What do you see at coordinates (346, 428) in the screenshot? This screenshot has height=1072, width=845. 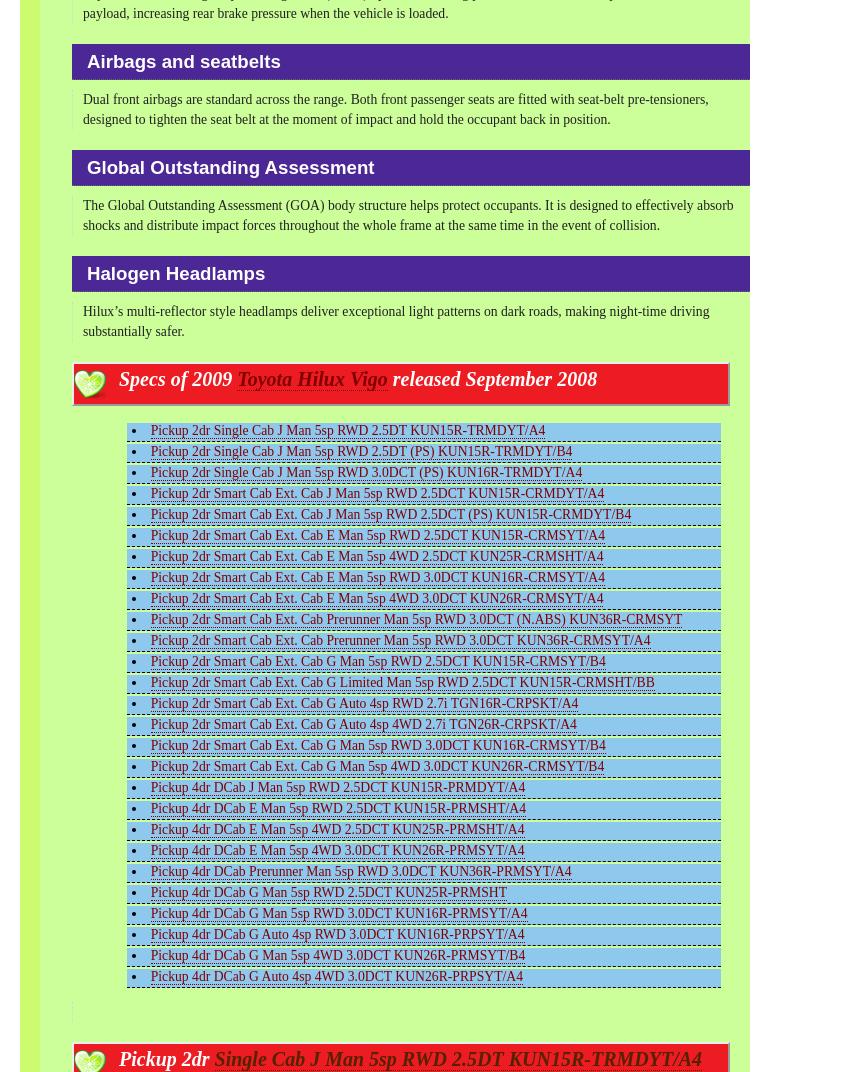 I see `'Pickup 2dr Single Cab J Man 5sp RWD 2.5DT KUN15R-TRMDYT/A4'` at bounding box center [346, 428].